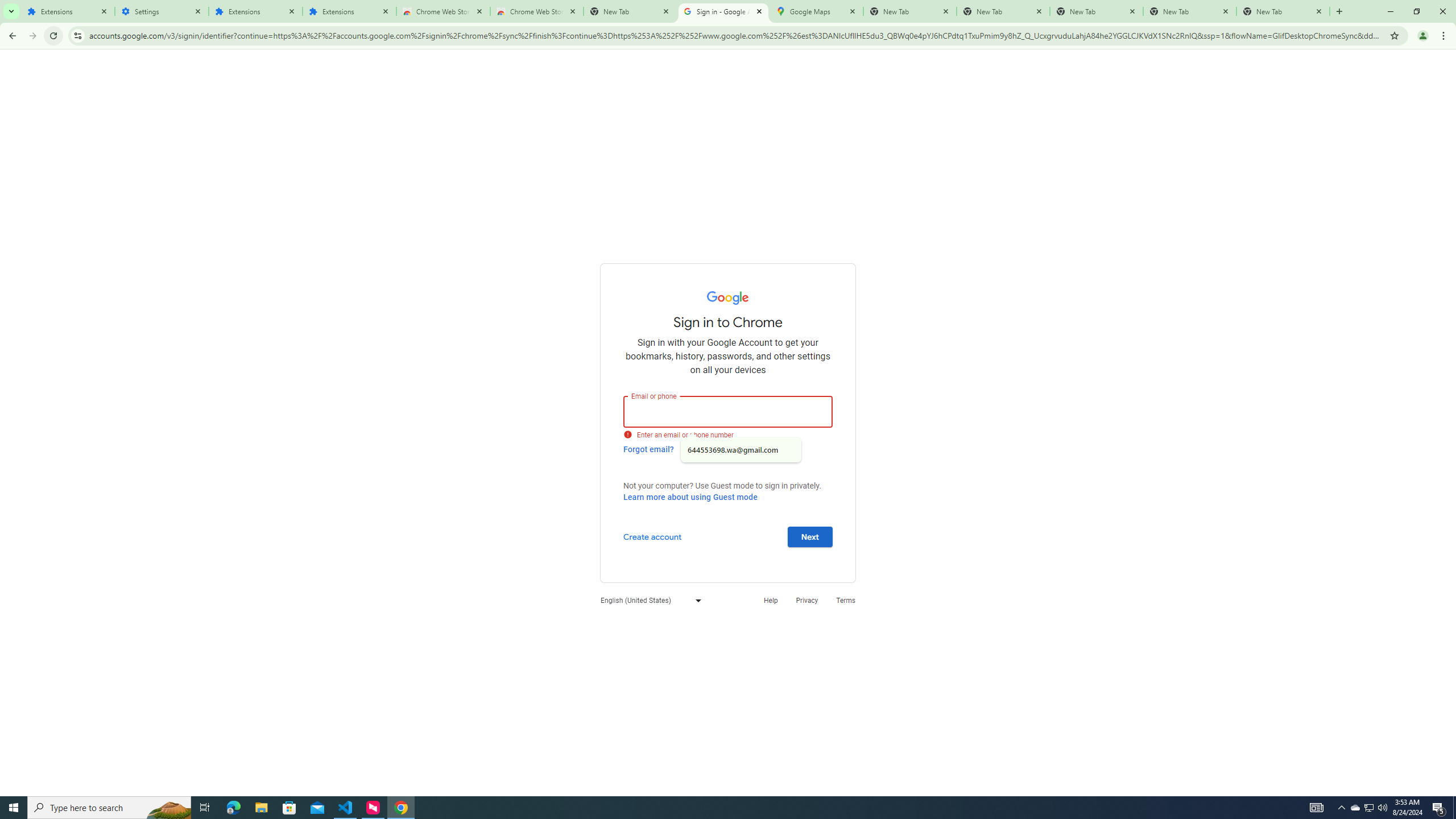 This screenshot has width=1456, height=819. What do you see at coordinates (1338, 11) in the screenshot?
I see `'New Tab'` at bounding box center [1338, 11].